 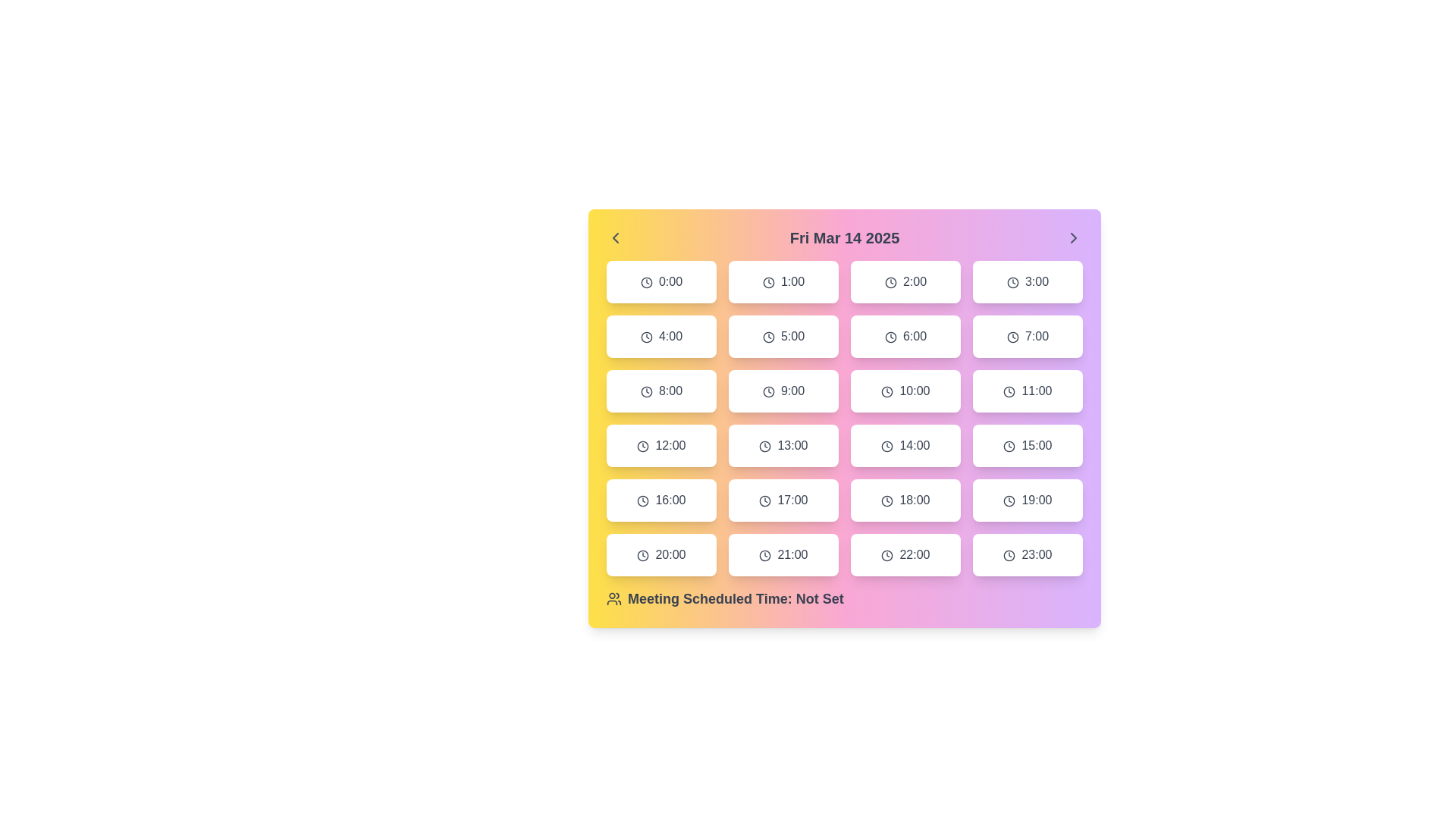 What do you see at coordinates (646, 336) in the screenshot?
I see `the clock icon which is a minimalistic design with a circular outline and clock hands, located next to the text '4:00' on a button in the second row and first column of the schedule grid` at bounding box center [646, 336].